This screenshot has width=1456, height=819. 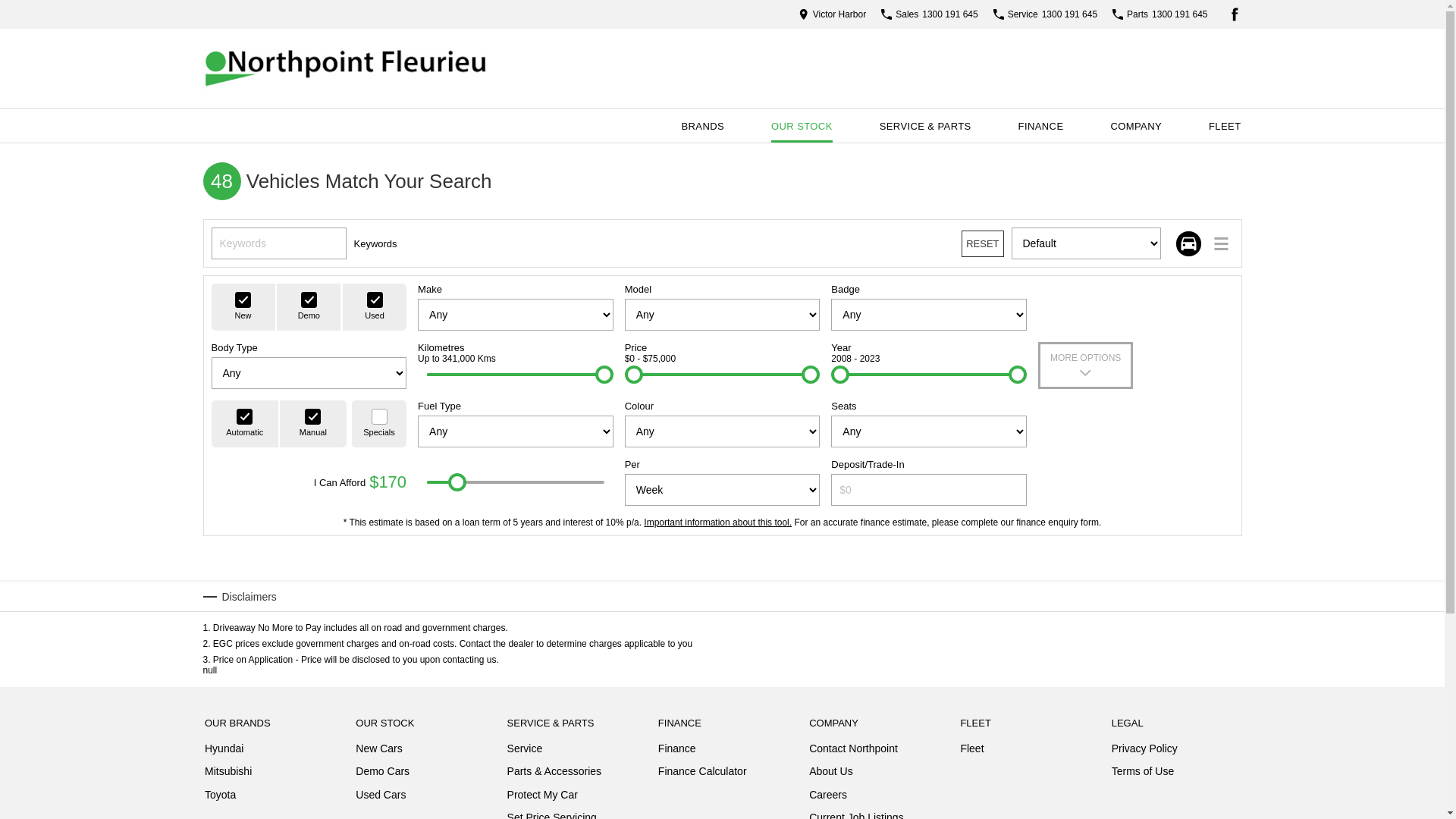 I want to click on 'Sales, so click(x=880, y=14).